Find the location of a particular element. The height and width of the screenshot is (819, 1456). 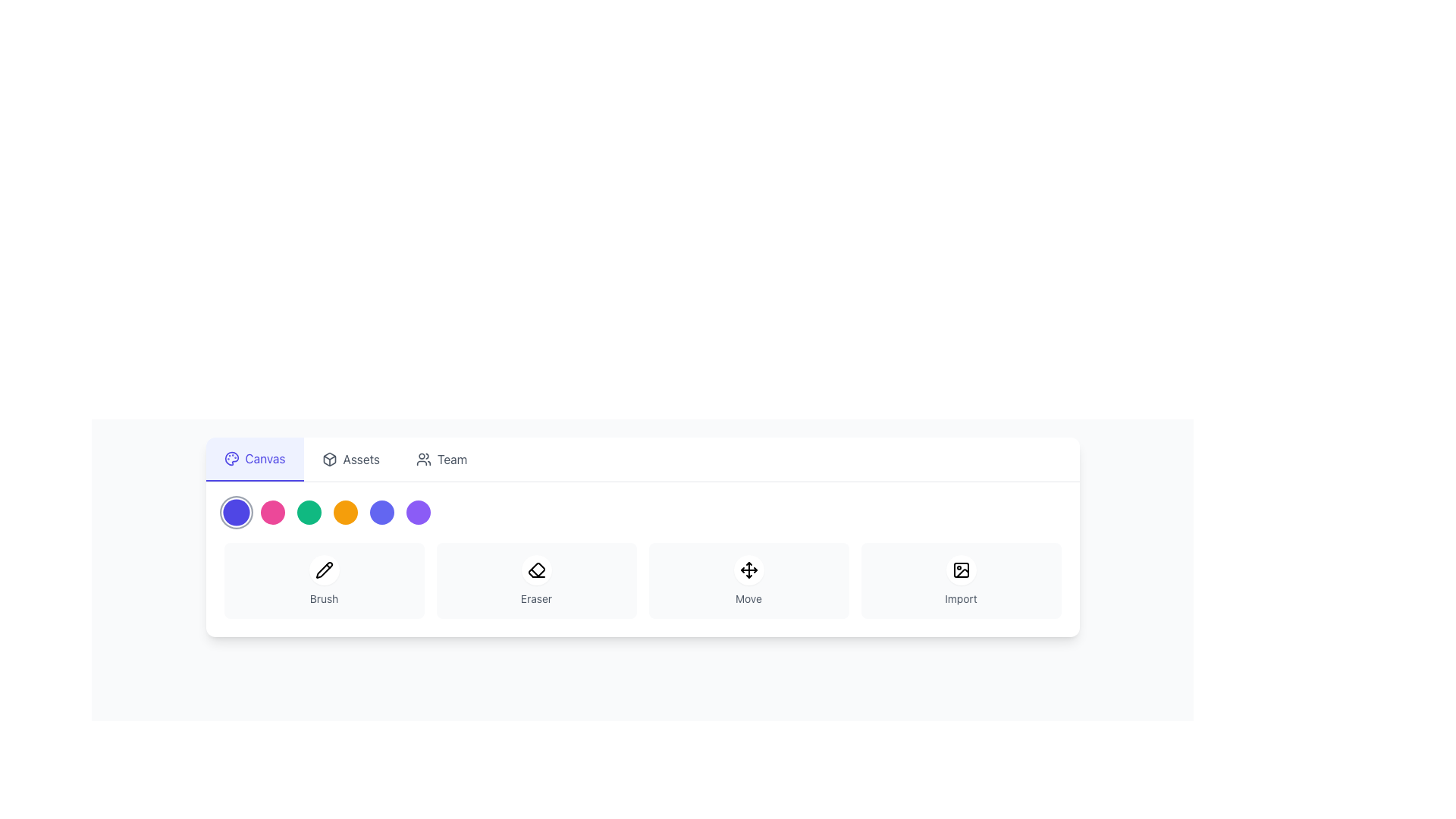

the 'Team' icon located on the left side of the 'Team' tab in the navigation bar is located at coordinates (424, 458).